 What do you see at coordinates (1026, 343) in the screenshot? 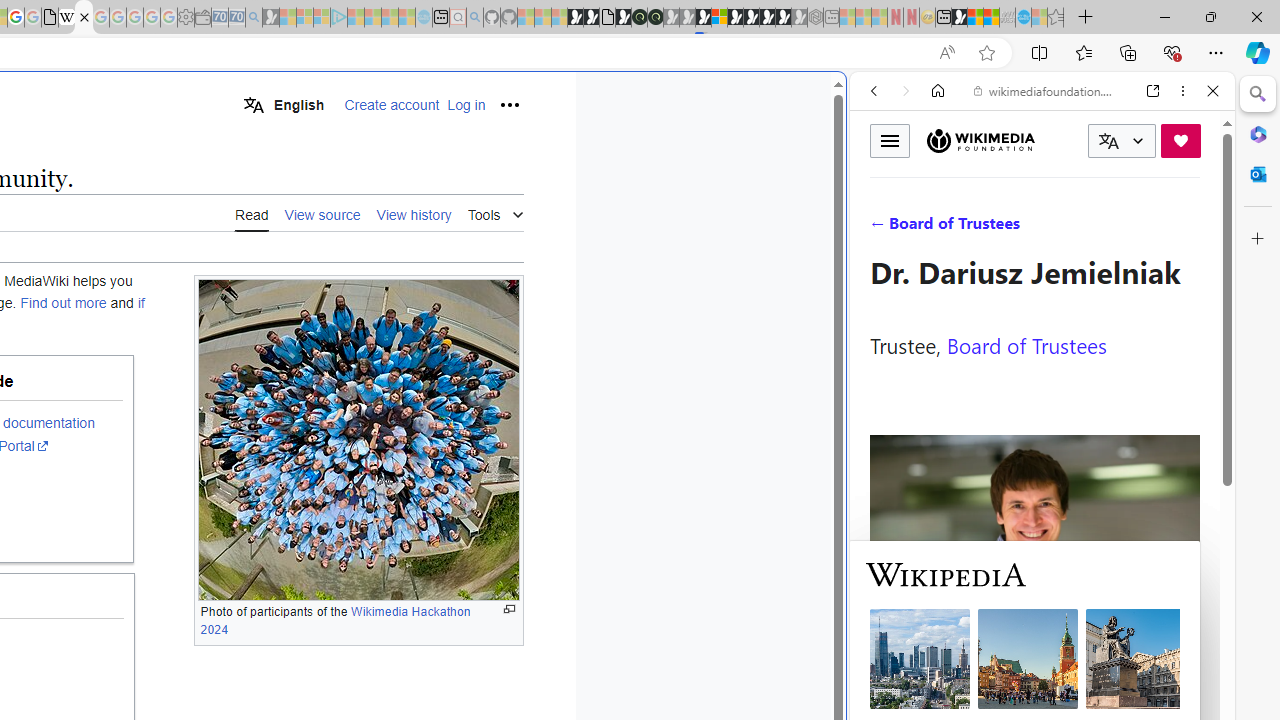
I see `'Board of Trustees'` at bounding box center [1026, 343].